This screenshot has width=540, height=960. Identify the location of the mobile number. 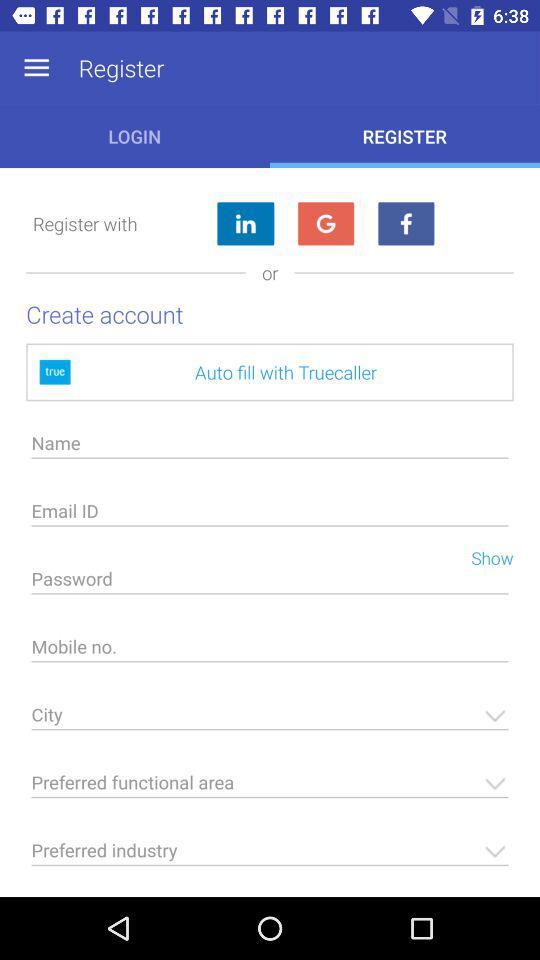
(270, 651).